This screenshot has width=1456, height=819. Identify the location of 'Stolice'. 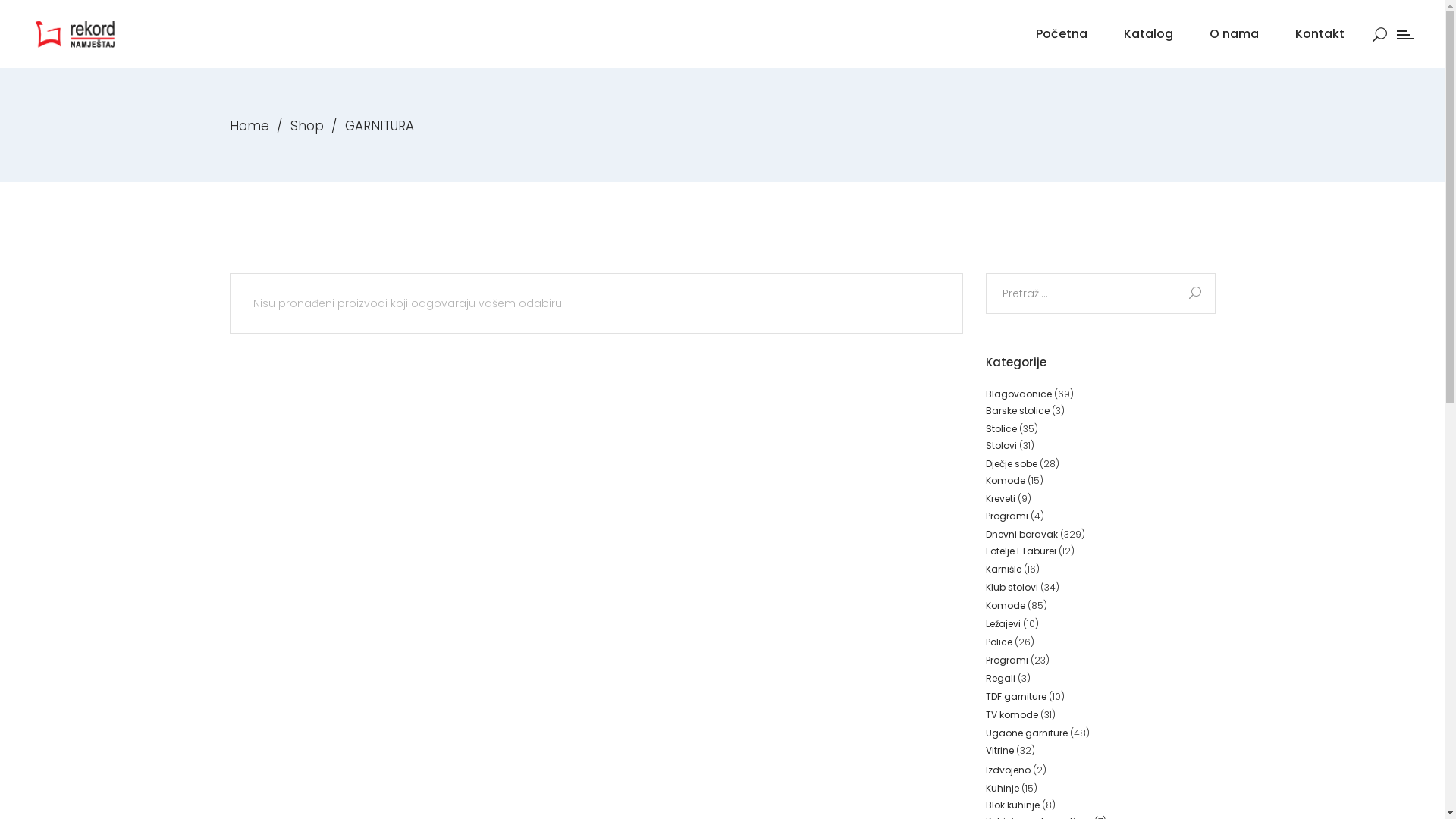
(1001, 428).